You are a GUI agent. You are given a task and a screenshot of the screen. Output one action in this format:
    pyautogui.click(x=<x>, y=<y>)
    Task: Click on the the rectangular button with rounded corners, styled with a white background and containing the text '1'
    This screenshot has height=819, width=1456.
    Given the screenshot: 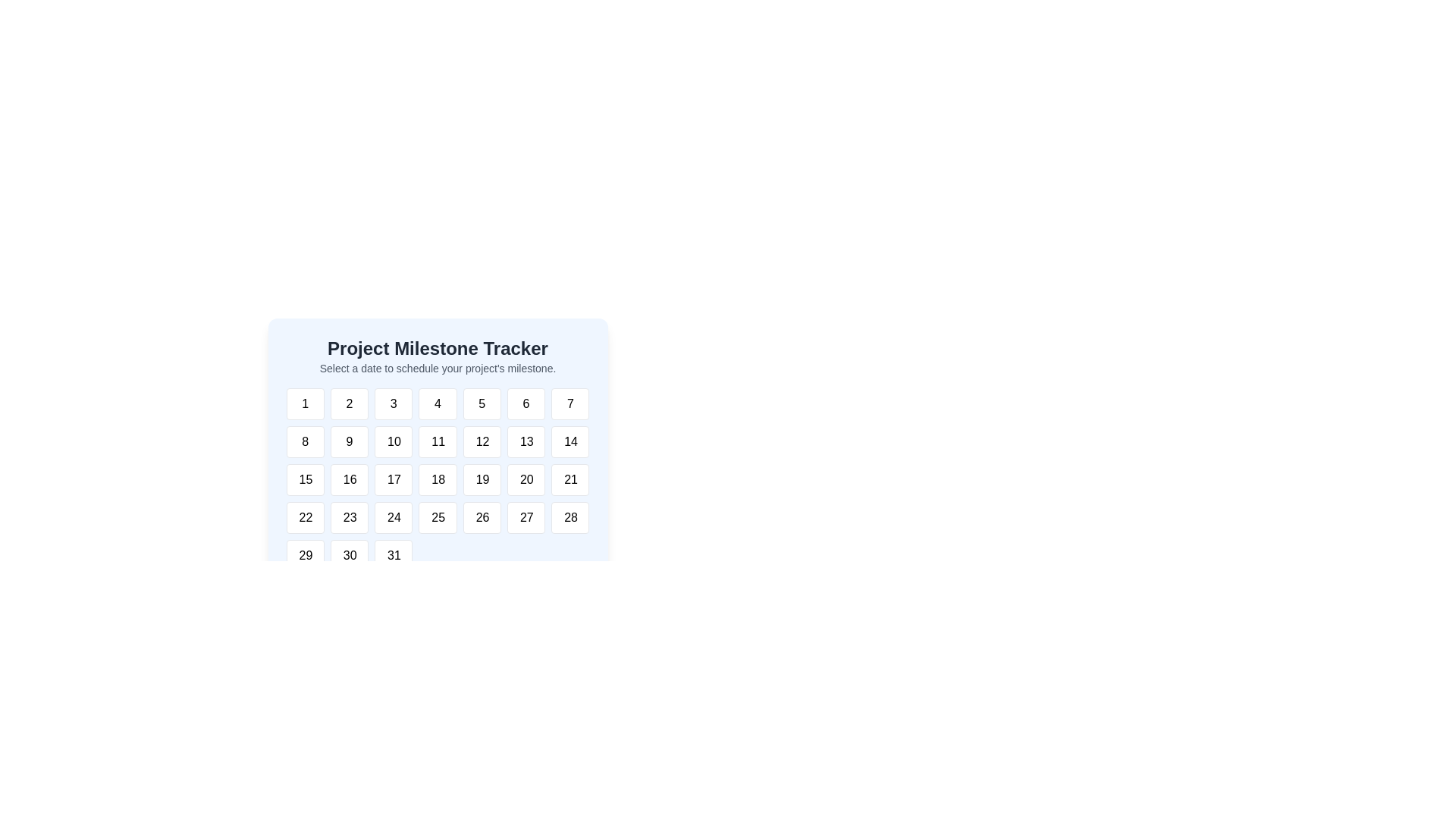 What is the action you would take?
    pyautogui.click(x=304, y=403)
    